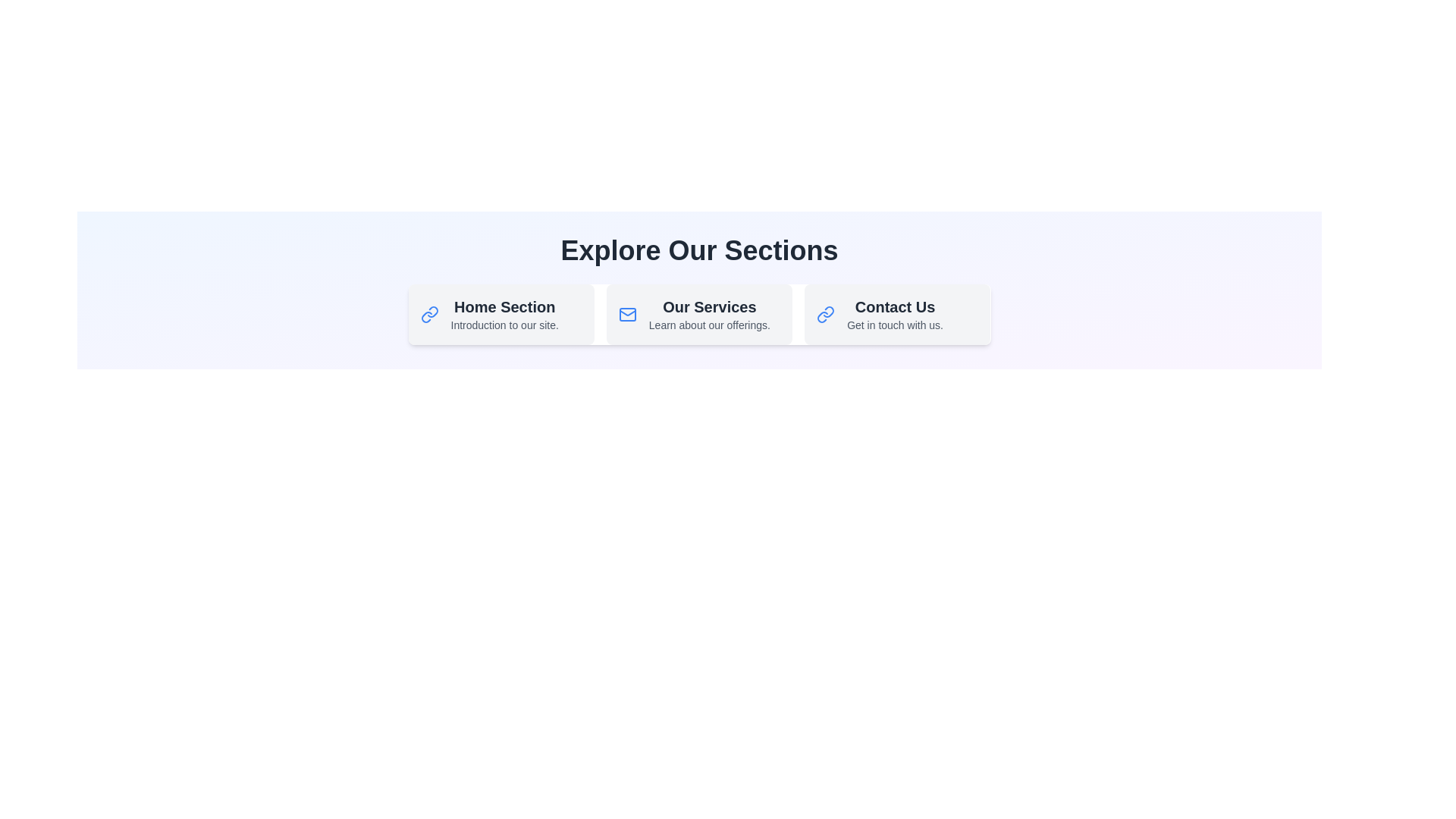  What do you see at coordinates (504, 324) in the screenshot?
I see `the text label that reads 'Introduction to our site.' located directly under the bold title 'Home Section' in the panel` at bounding box center [504, 324].